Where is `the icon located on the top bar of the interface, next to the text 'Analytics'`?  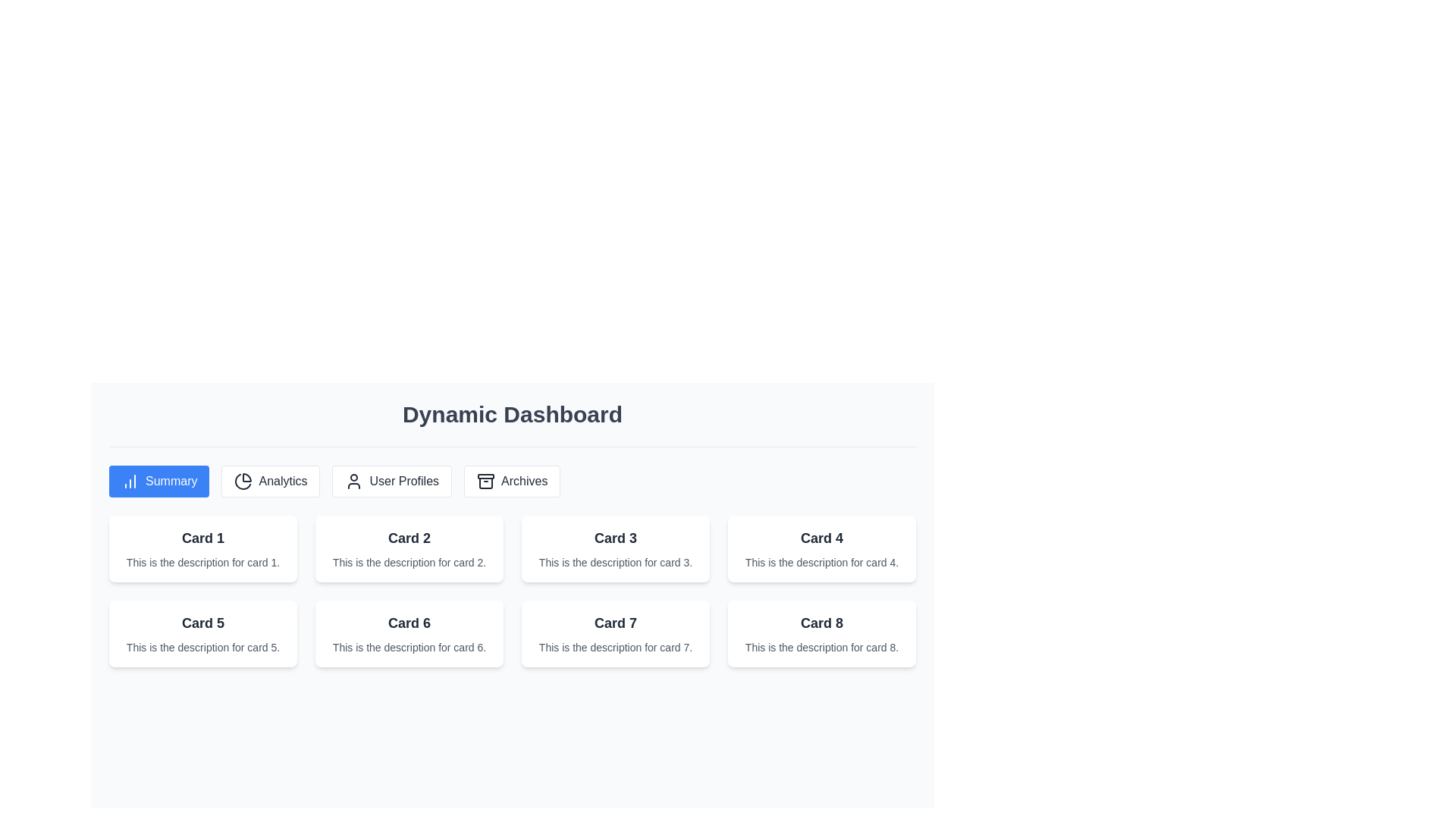 the icon located on the top bar of the interface, next to the text 'Analytics' is located at coordinates (243, 482).